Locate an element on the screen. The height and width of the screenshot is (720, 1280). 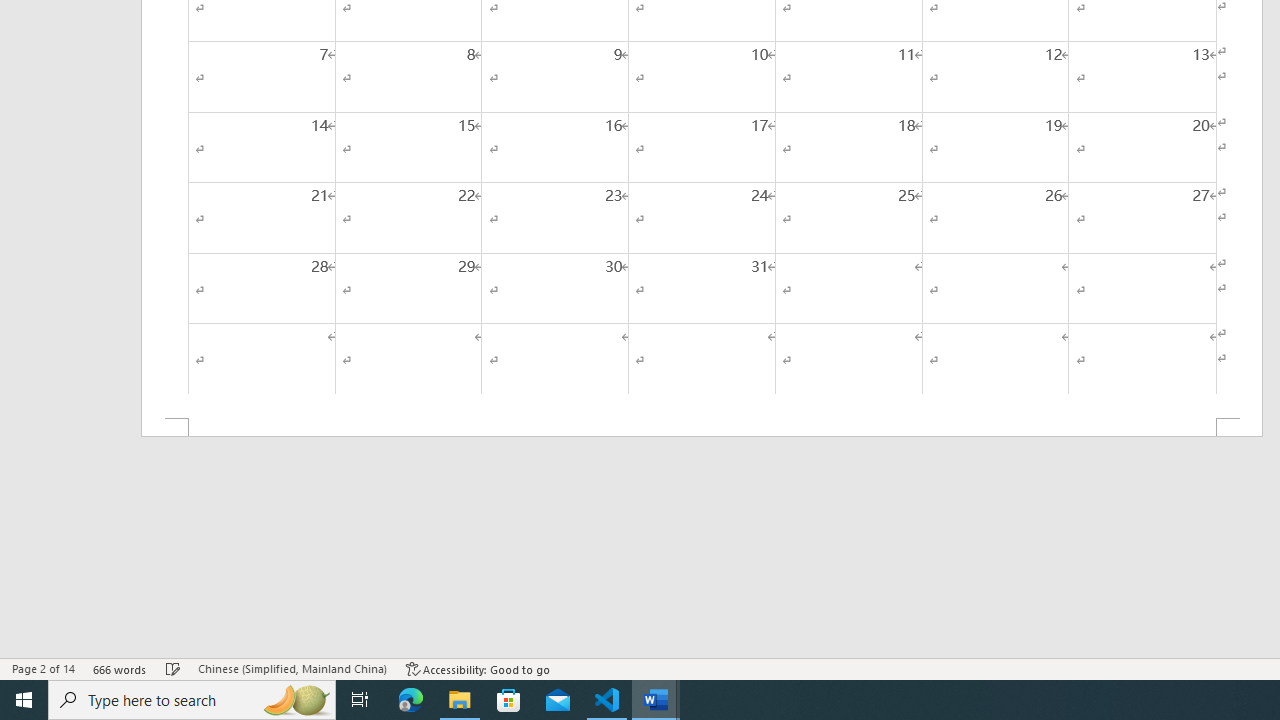
'Word - 2 running windows' is located at coordinates (656, 698).